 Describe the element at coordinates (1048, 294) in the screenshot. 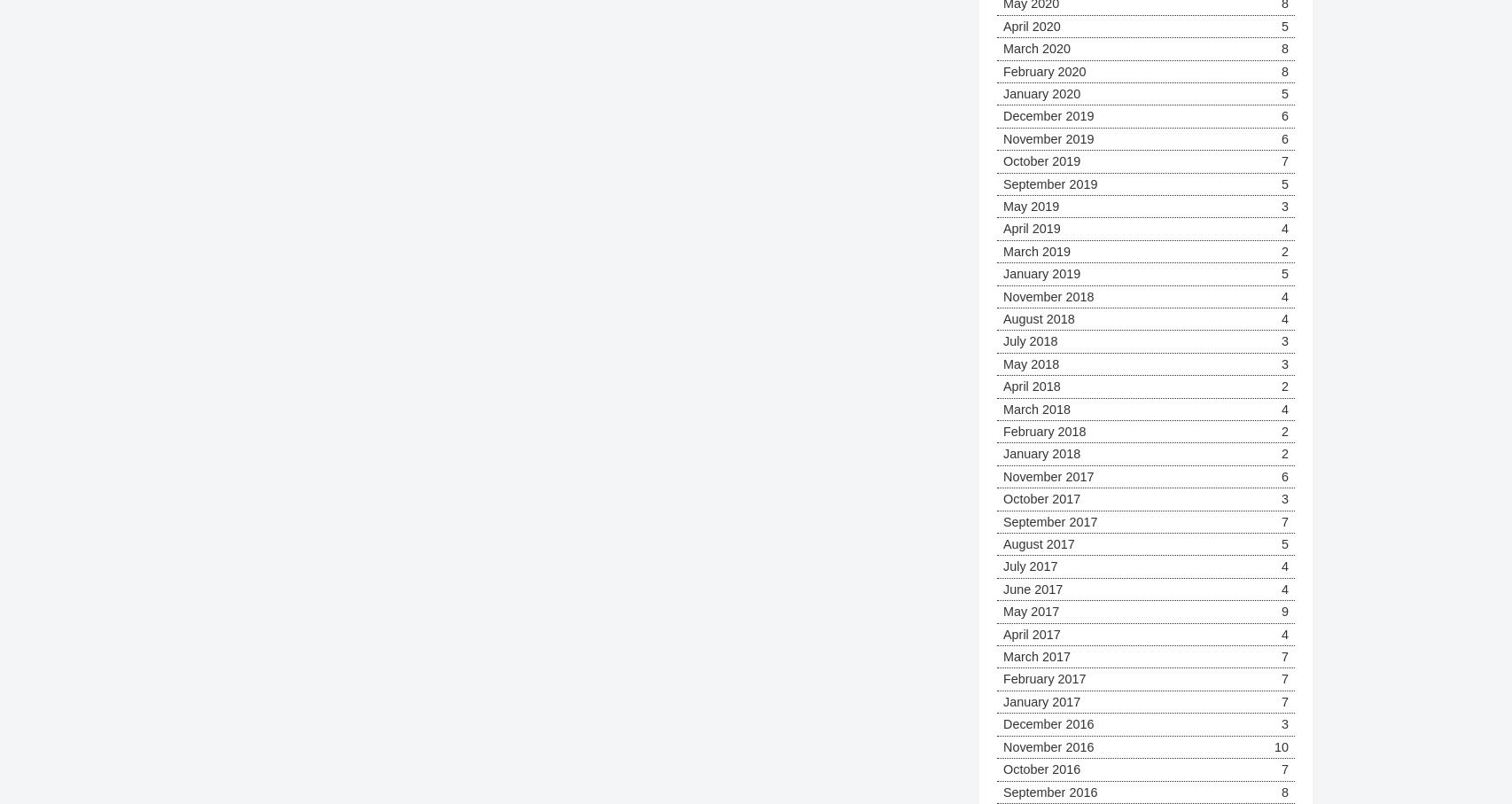

I see `'November 2018'` at that location.